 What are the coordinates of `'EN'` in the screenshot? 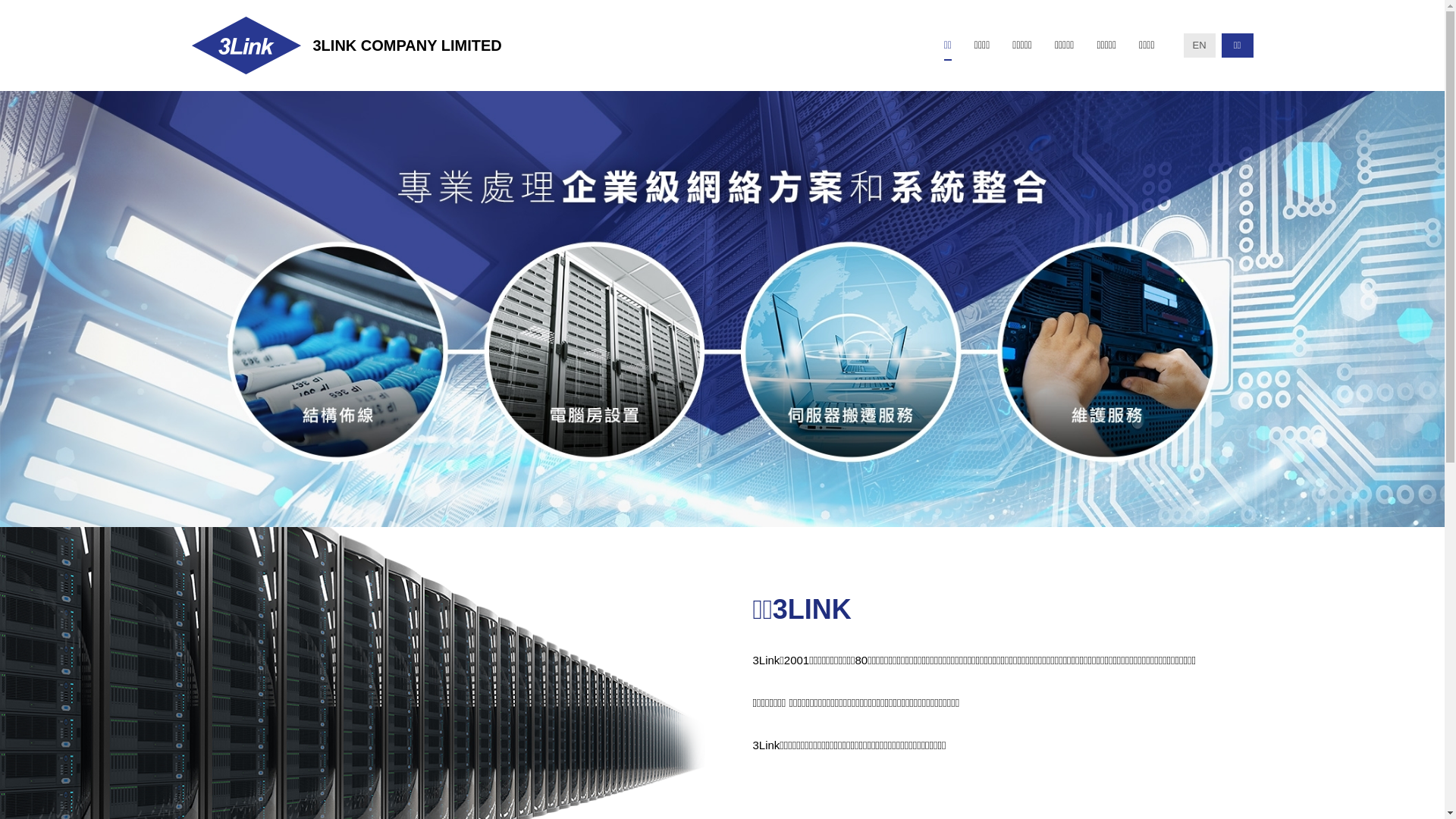 It's located at (1197, 45).